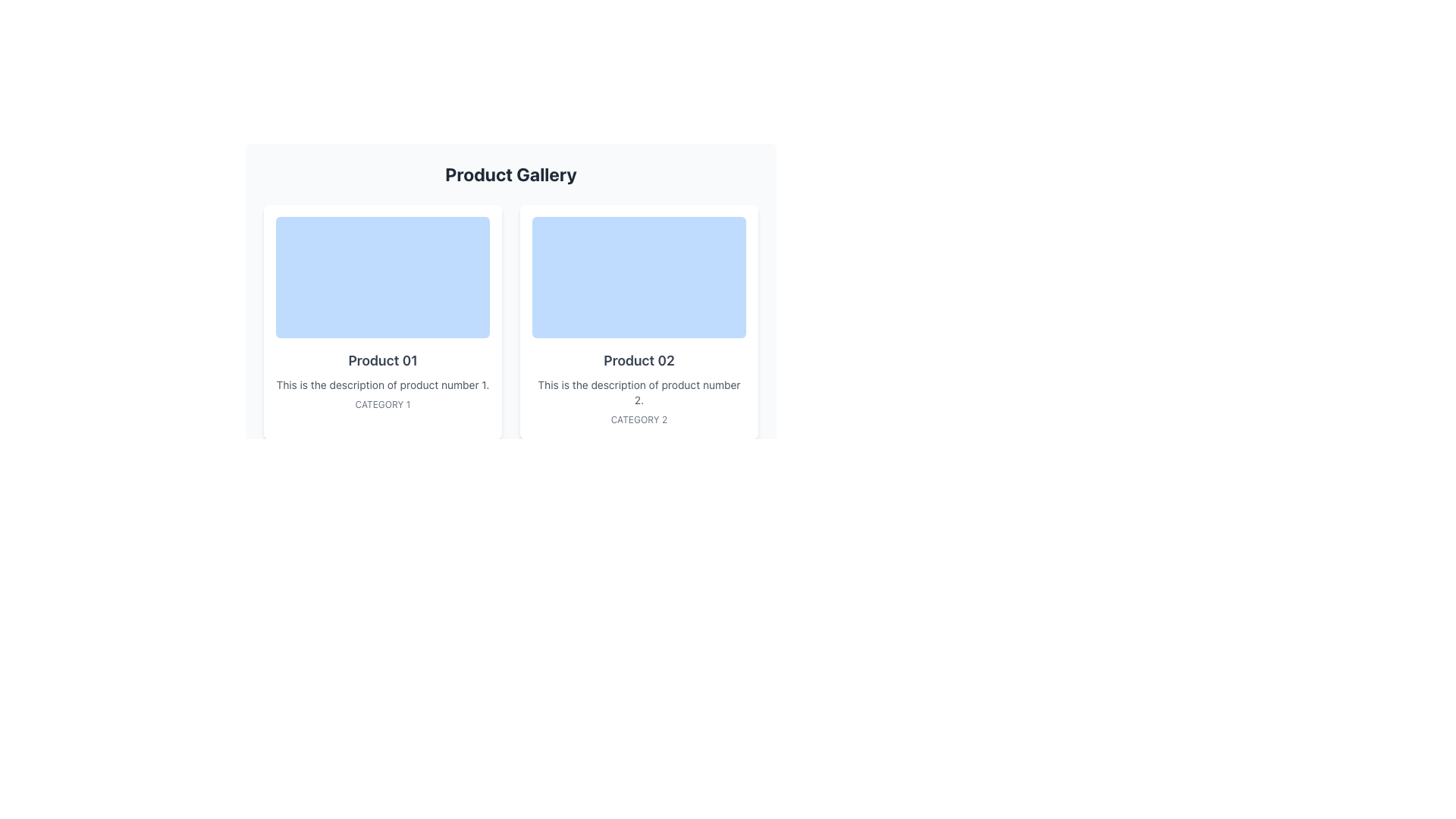 The image size is (1456, 819). I want to click on the Visual Placeholder or Representation Panel, which is a rectangular blue box with rounded corners located at the top of the card for 'Product 02', so click(639, 278).